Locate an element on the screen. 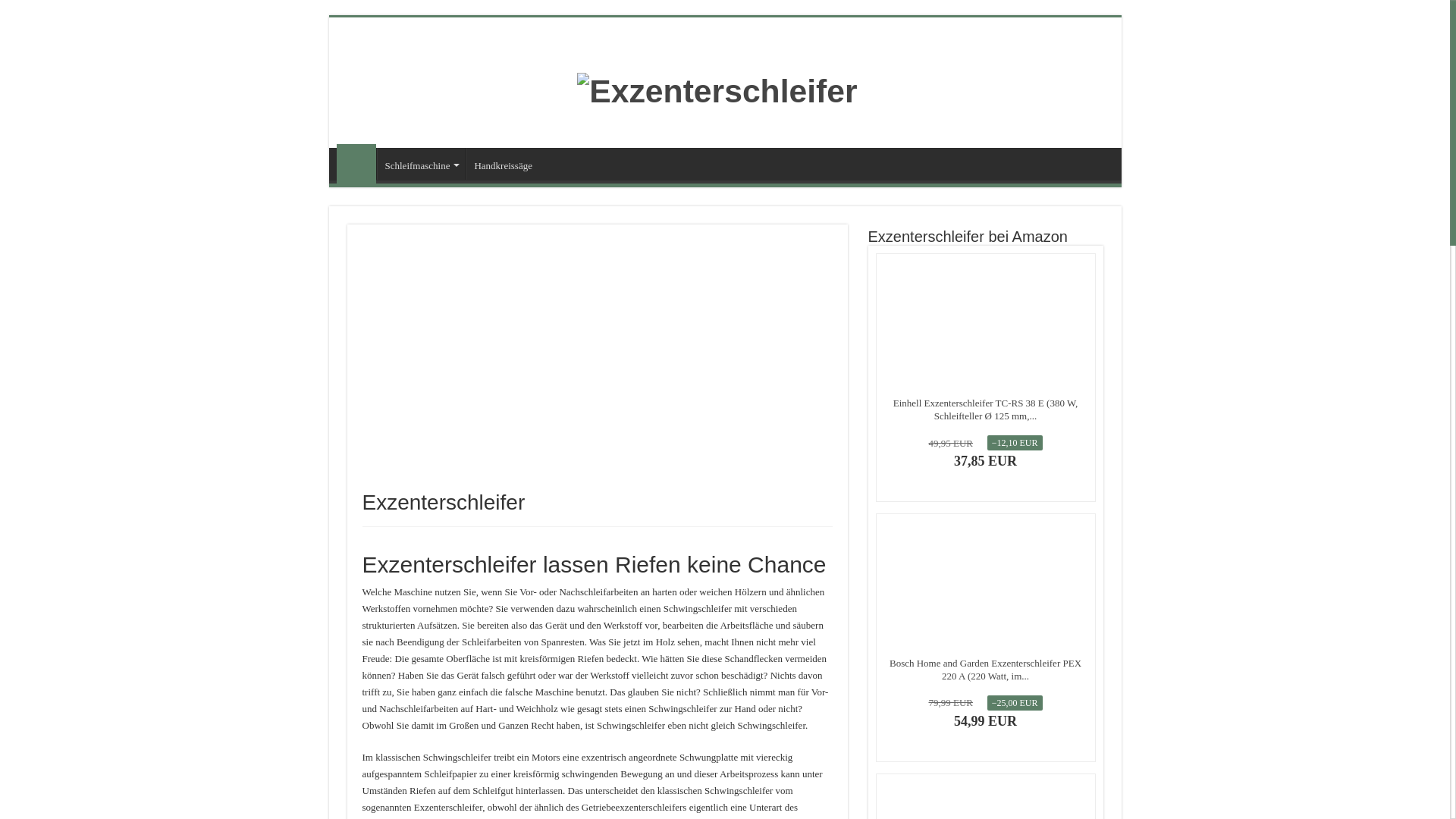  'Bewertungen auf Amazon' is located at coordinates (986, 381).